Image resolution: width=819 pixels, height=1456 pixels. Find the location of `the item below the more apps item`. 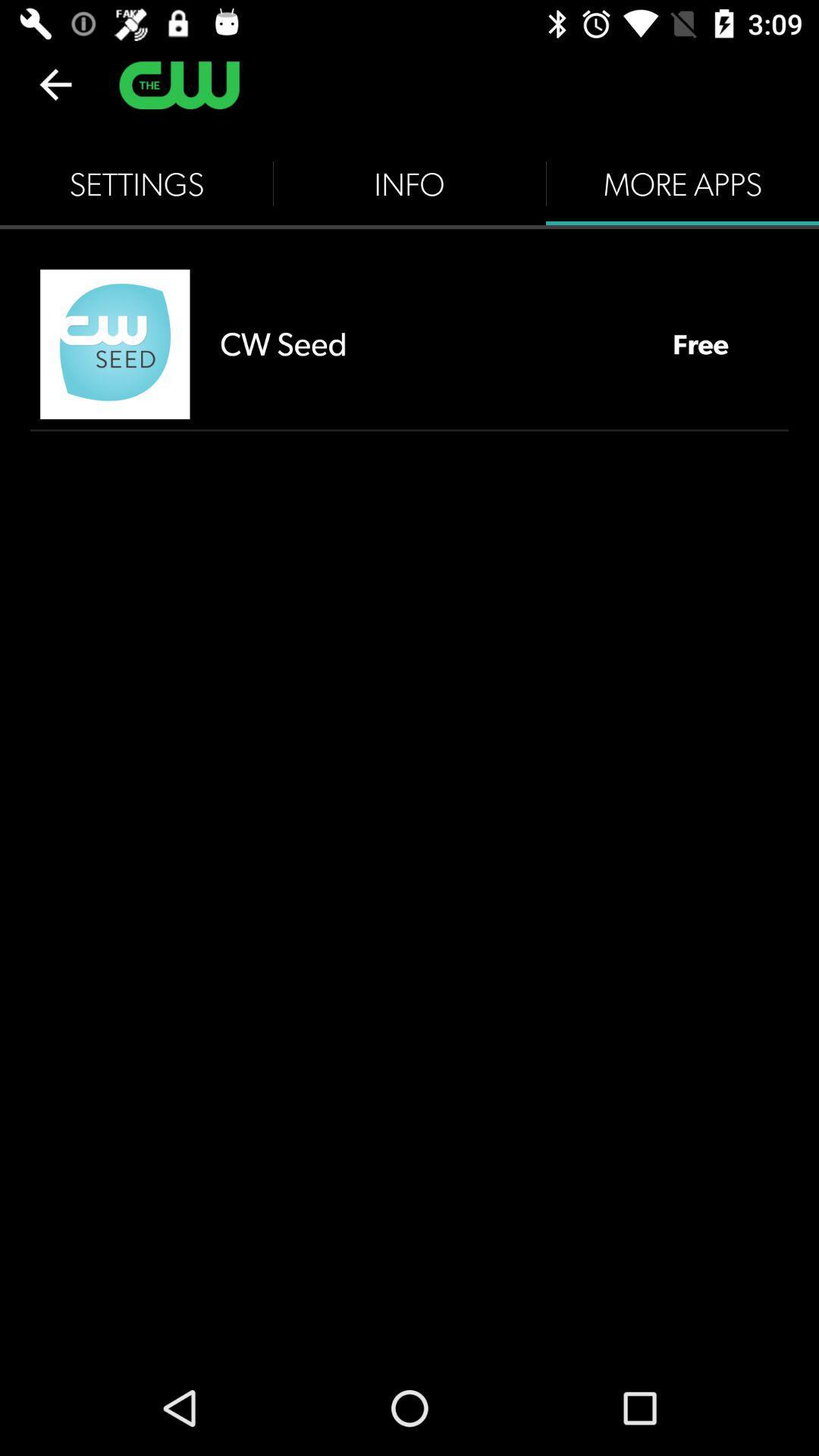

the item below the more apps item is located at coordinates (701, 343).